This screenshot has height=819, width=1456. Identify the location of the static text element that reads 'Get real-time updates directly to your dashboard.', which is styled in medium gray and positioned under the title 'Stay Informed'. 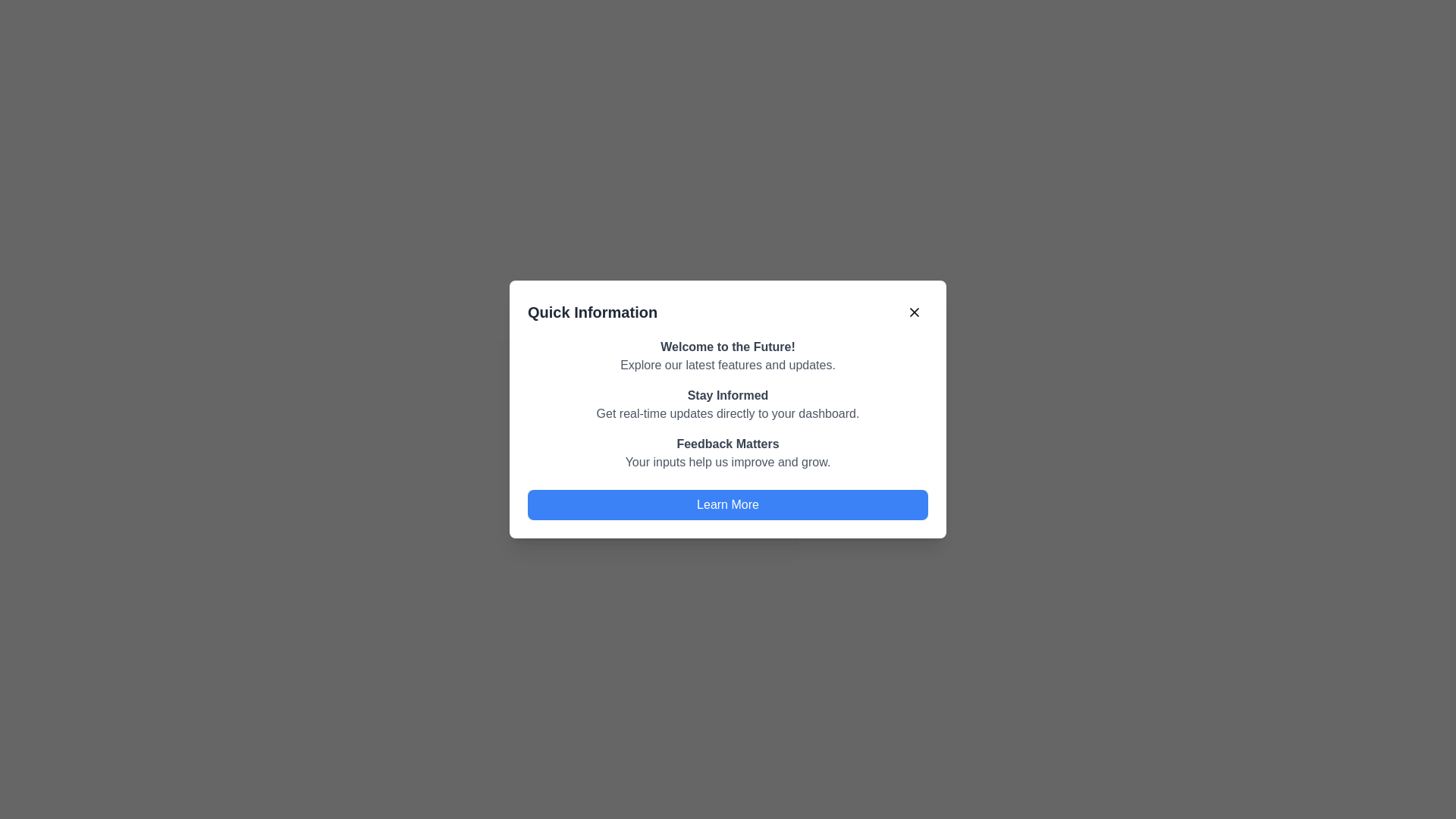
(728, 414).